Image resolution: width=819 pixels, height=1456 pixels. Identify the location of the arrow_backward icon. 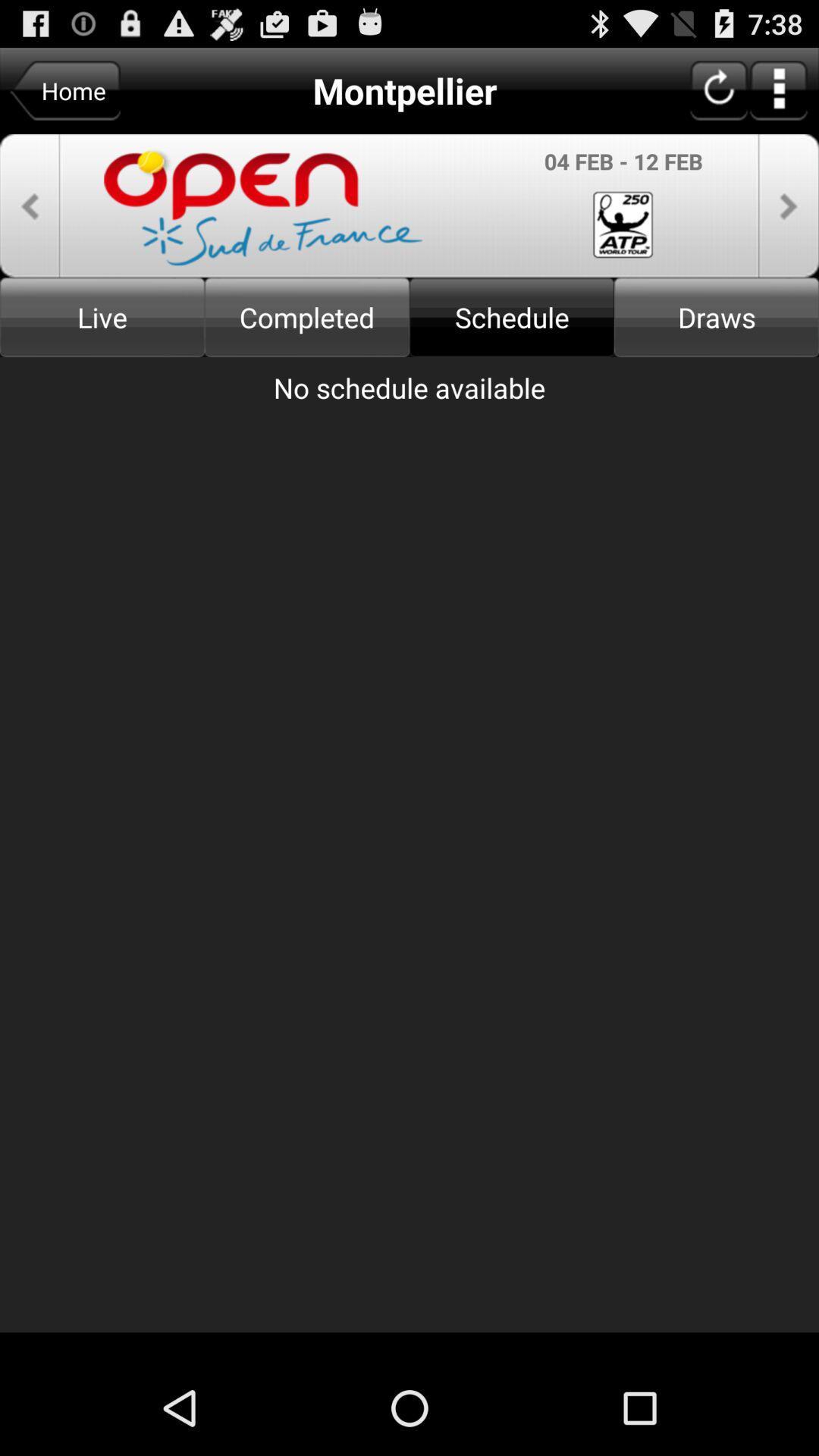
(30, 219).